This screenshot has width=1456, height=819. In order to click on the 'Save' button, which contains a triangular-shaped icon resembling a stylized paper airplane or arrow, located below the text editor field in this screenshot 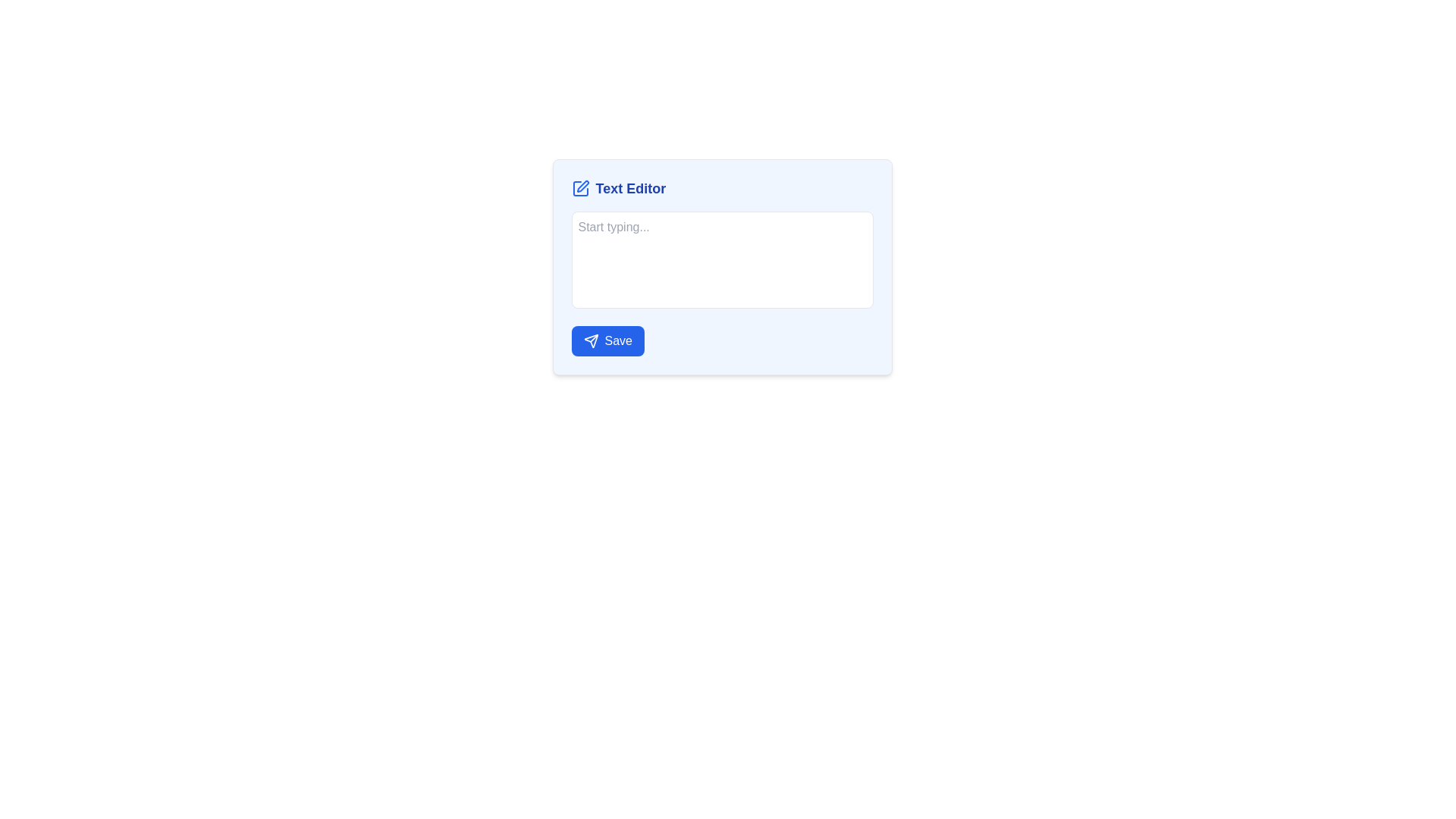, I will do `click(590, 341)`.